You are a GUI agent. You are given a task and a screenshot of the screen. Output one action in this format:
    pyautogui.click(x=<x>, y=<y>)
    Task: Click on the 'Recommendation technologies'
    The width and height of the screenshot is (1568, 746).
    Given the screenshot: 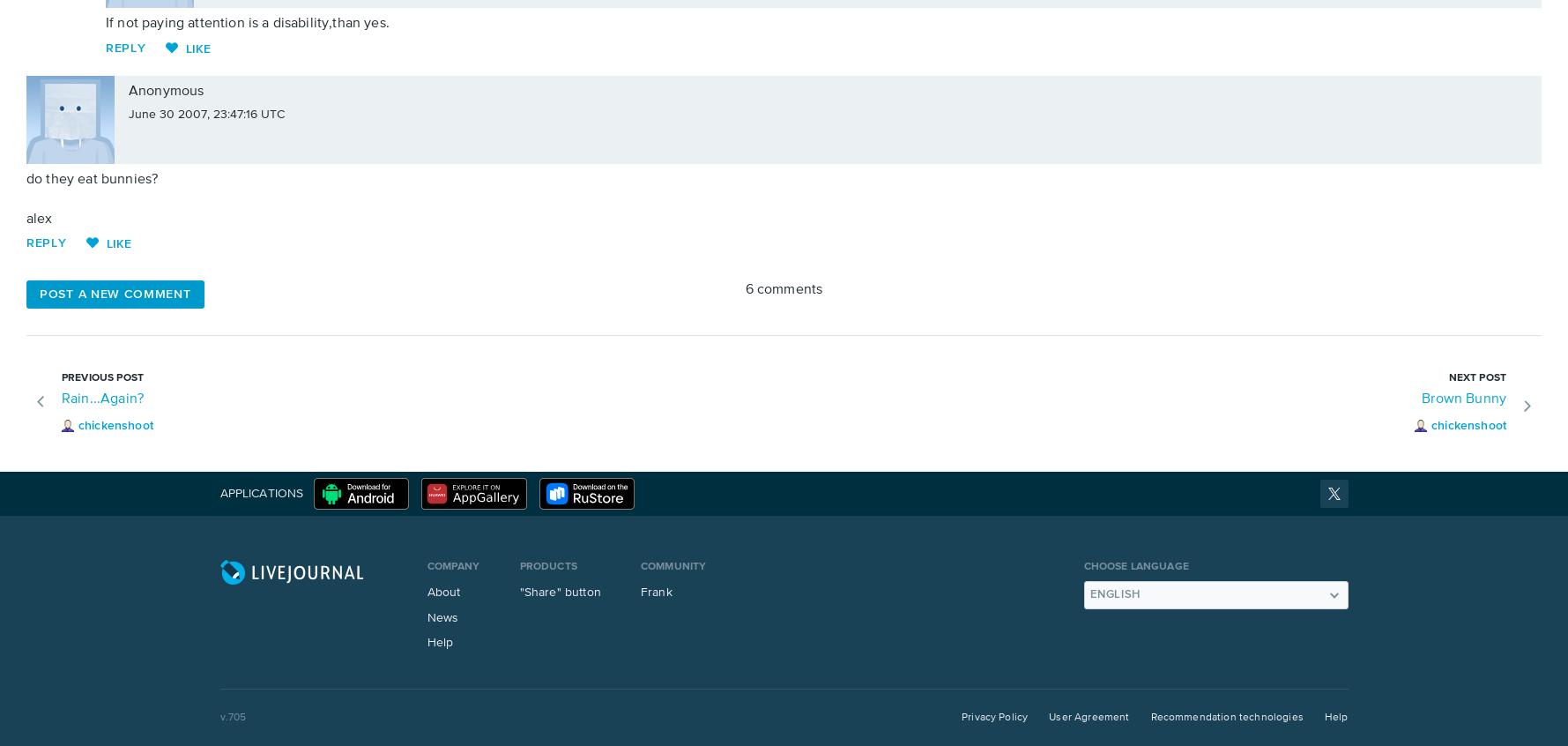 What is the action you would take?
    pyautogui.click(x=1226, y=717)
    